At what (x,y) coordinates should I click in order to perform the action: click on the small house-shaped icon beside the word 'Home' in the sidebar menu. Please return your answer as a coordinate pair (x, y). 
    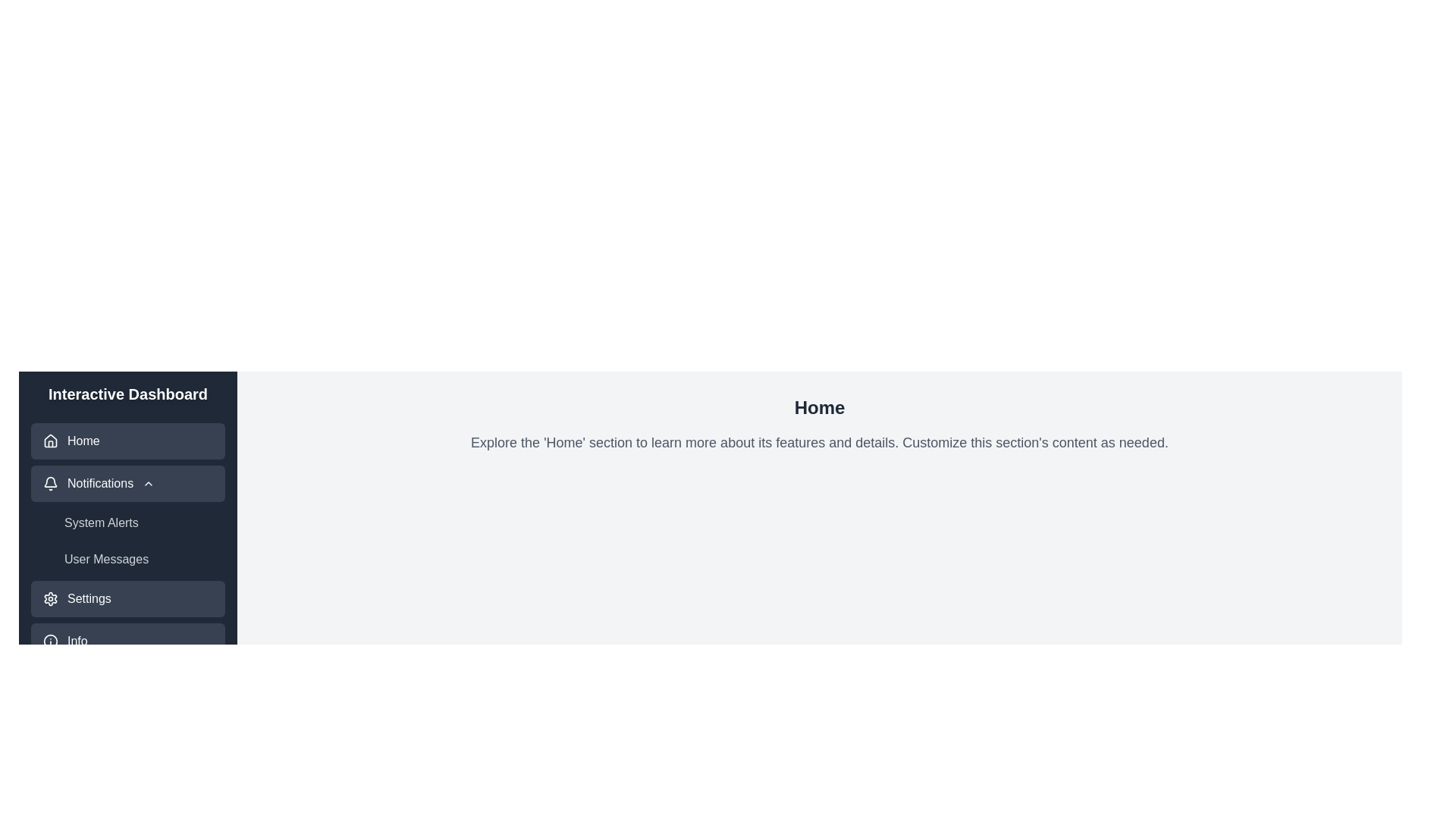
    Looking at the image, I should click on (51, 441).